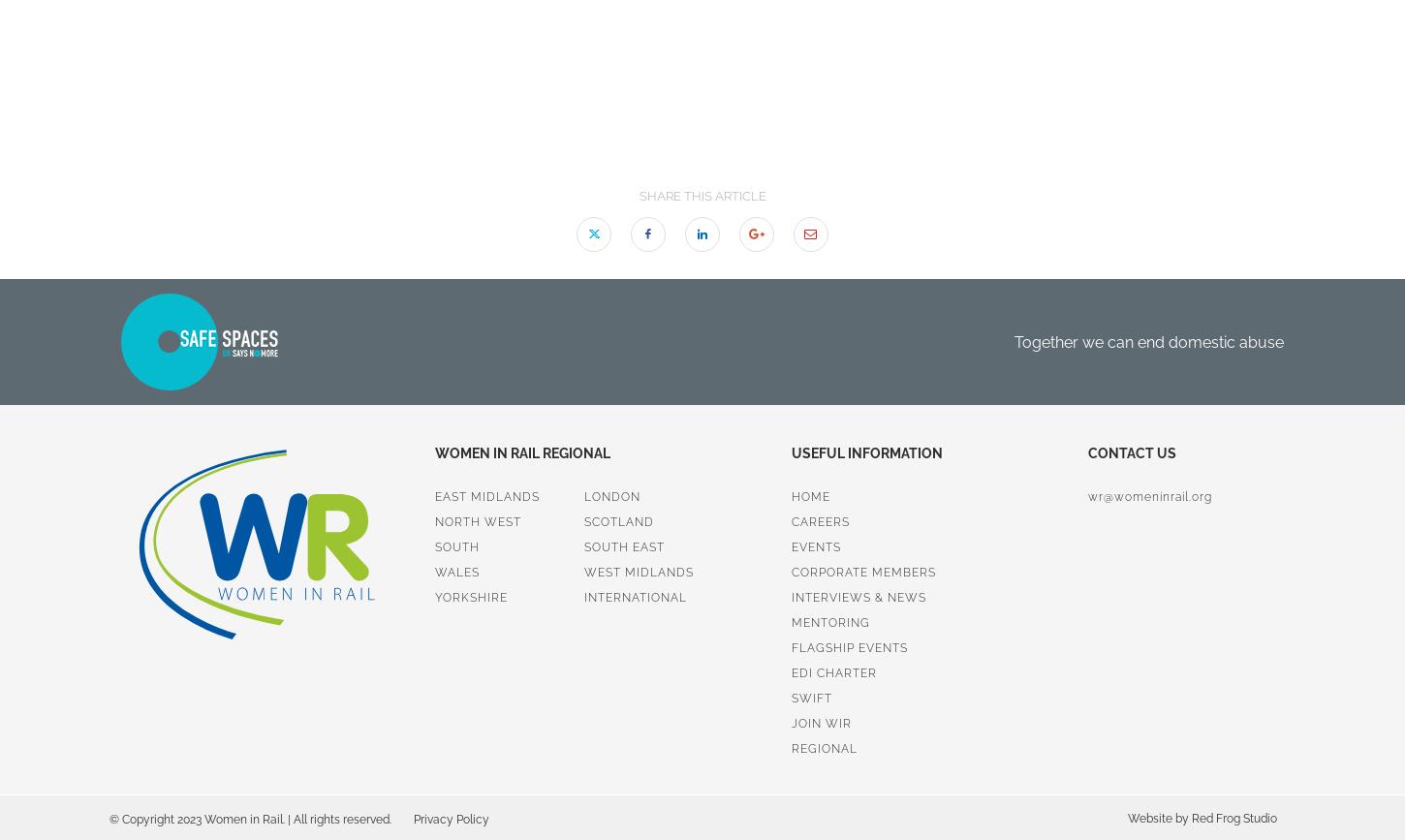 This screenshot has width=1405, height=840. Describe the element at coordinates (249, 817) in the screenshot. I see `'© Copyright 2023 Women in Rail. | All rights reserved.'` at that location.